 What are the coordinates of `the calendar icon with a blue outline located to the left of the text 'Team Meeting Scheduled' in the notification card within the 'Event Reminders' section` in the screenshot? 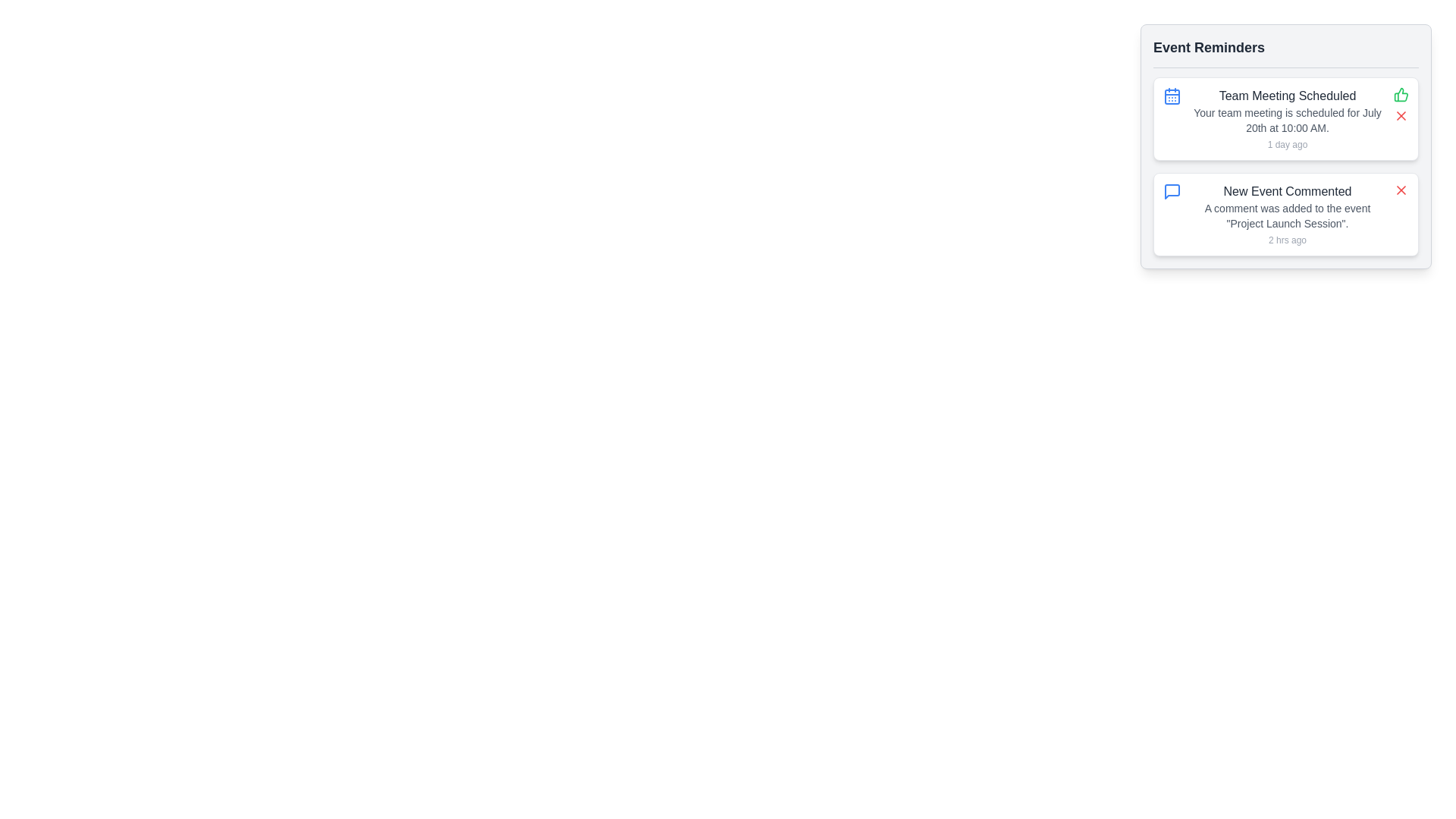 It's located at (1171, 96).